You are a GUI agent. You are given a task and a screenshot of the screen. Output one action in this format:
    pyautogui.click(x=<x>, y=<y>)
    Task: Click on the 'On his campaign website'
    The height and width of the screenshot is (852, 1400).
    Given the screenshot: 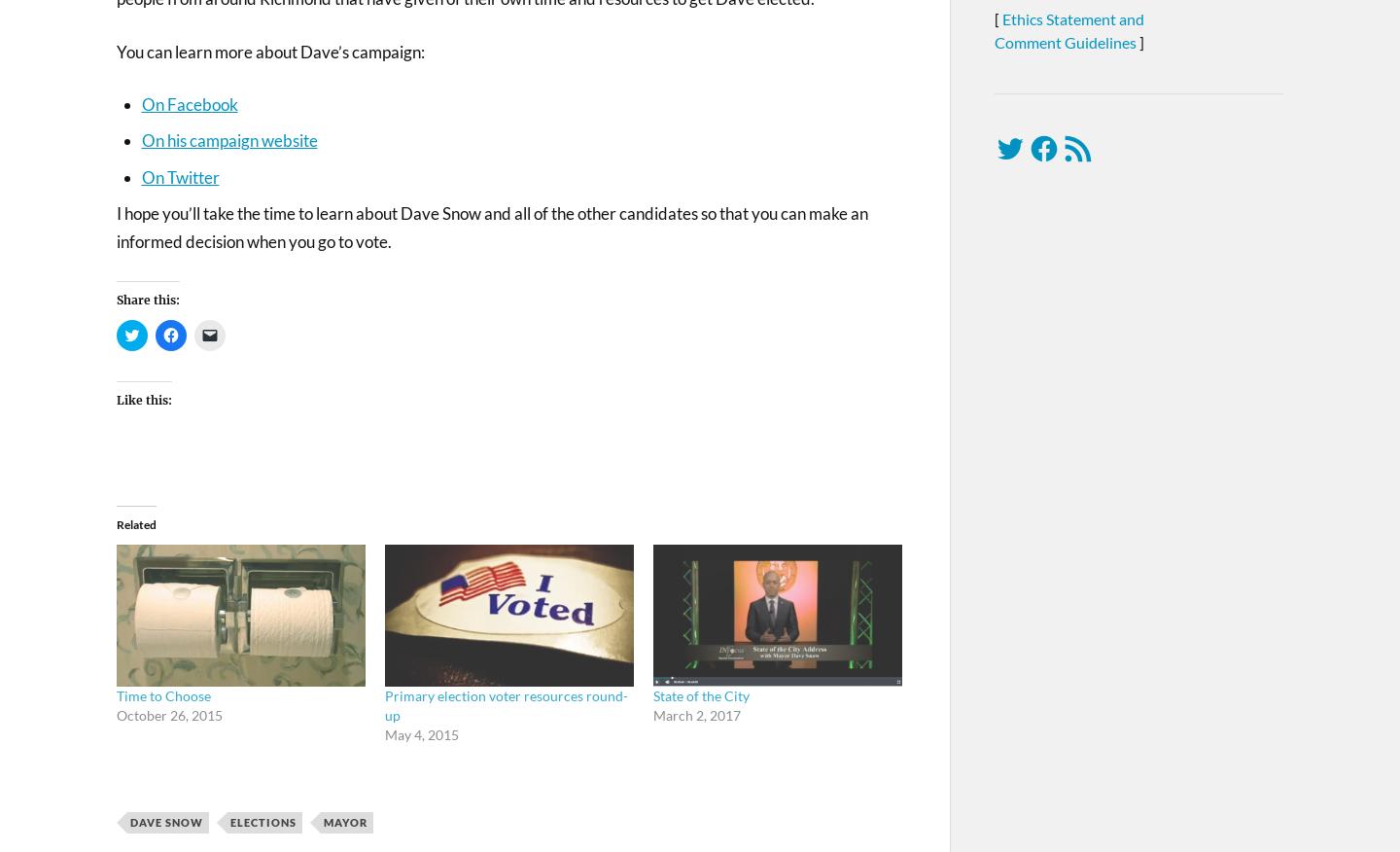 What is the action you would take?
    pyautogui.click(x=228, y=139)
    